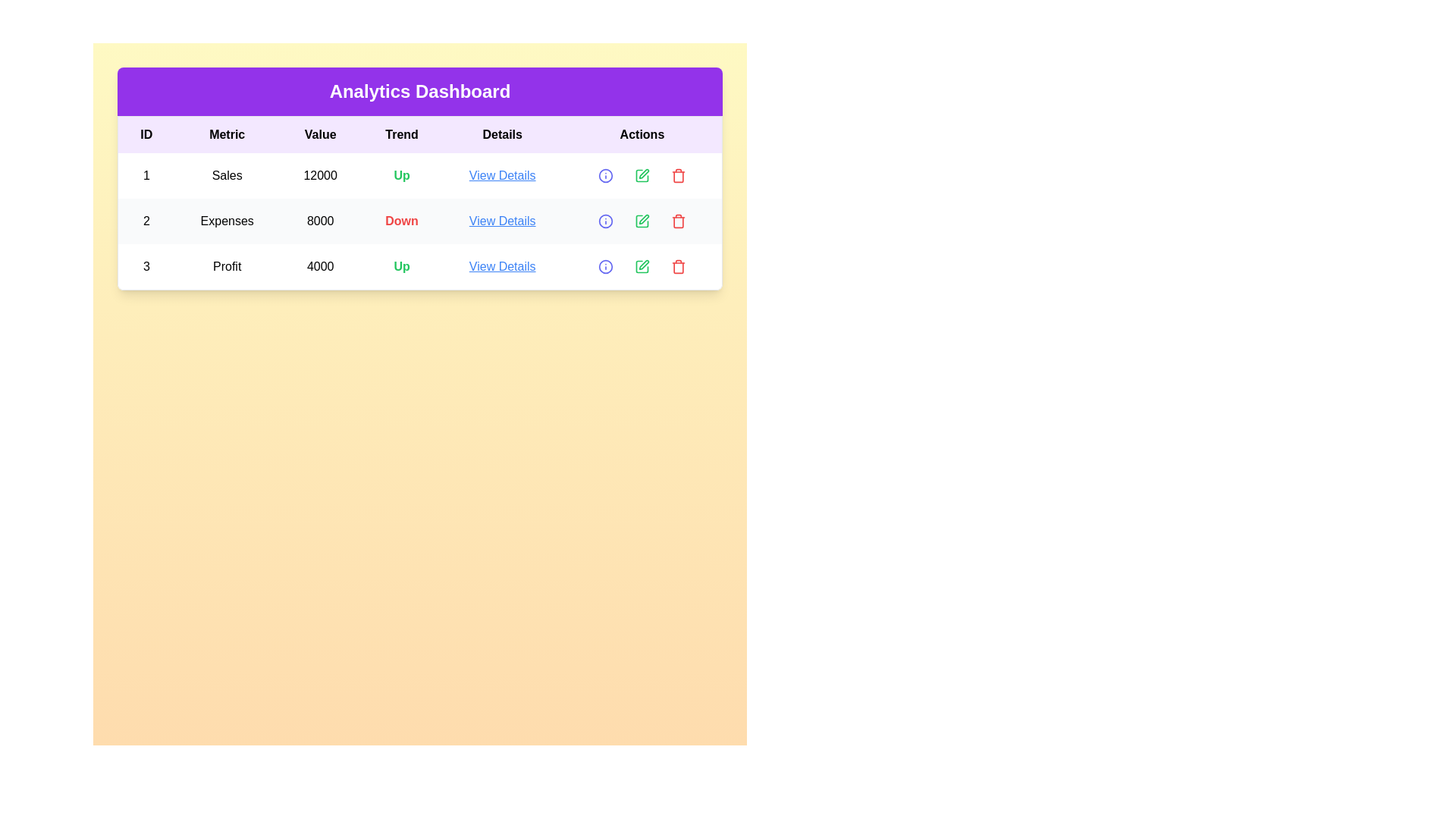  Describe the element at coordinates (319, 265) in the screenshot. I see `the static text element displaying '4000' in the 'Value' column of the data table labeled '3 Profit' under the 'Analytics Dashboard'` at that location.